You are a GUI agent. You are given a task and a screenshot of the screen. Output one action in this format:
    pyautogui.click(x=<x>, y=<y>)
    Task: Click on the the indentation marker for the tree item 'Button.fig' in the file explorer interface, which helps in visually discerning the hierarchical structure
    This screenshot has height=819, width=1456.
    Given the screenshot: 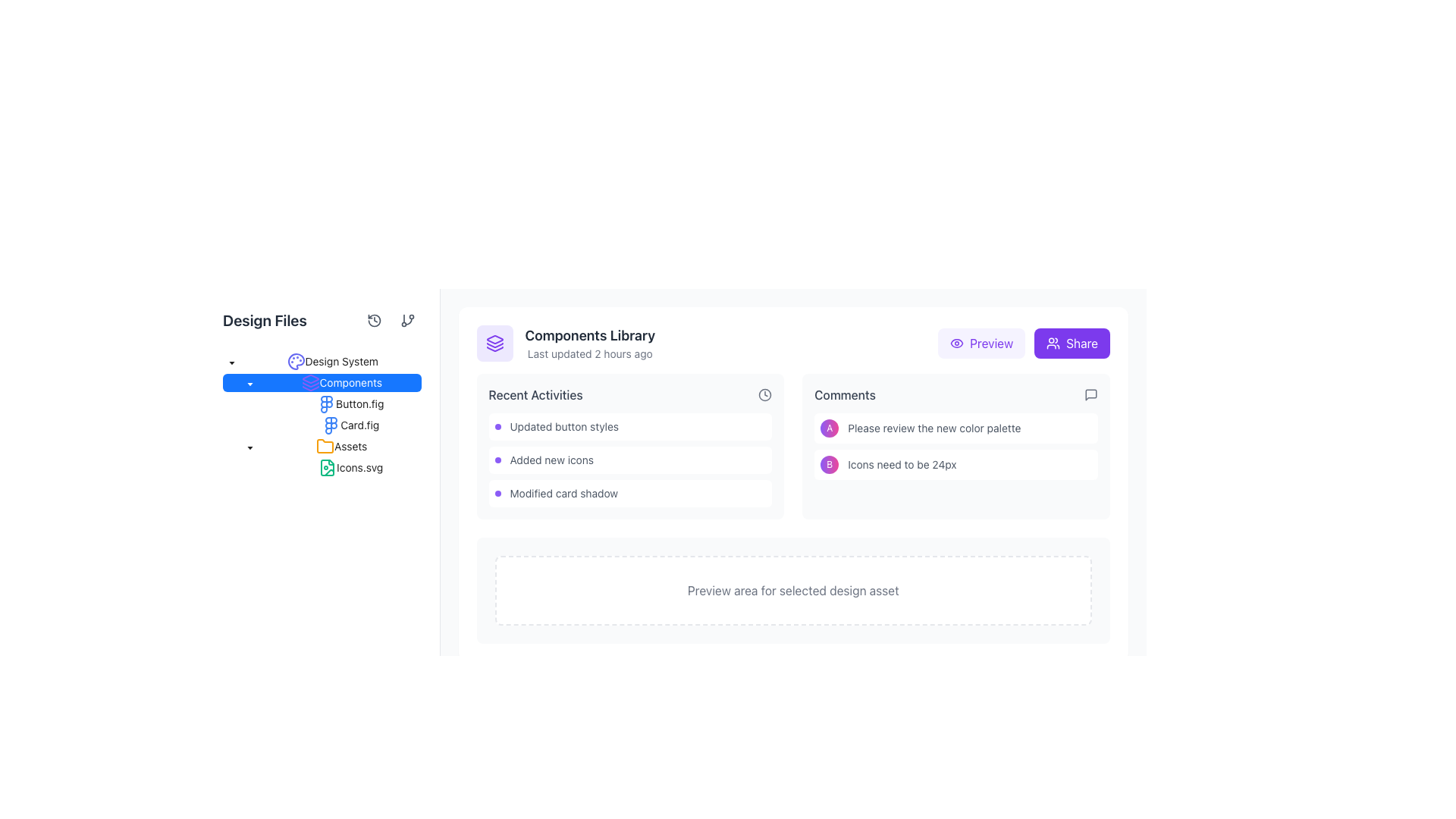 What is the action you would take?
    pyautogui.click(x=240, y=403)
    